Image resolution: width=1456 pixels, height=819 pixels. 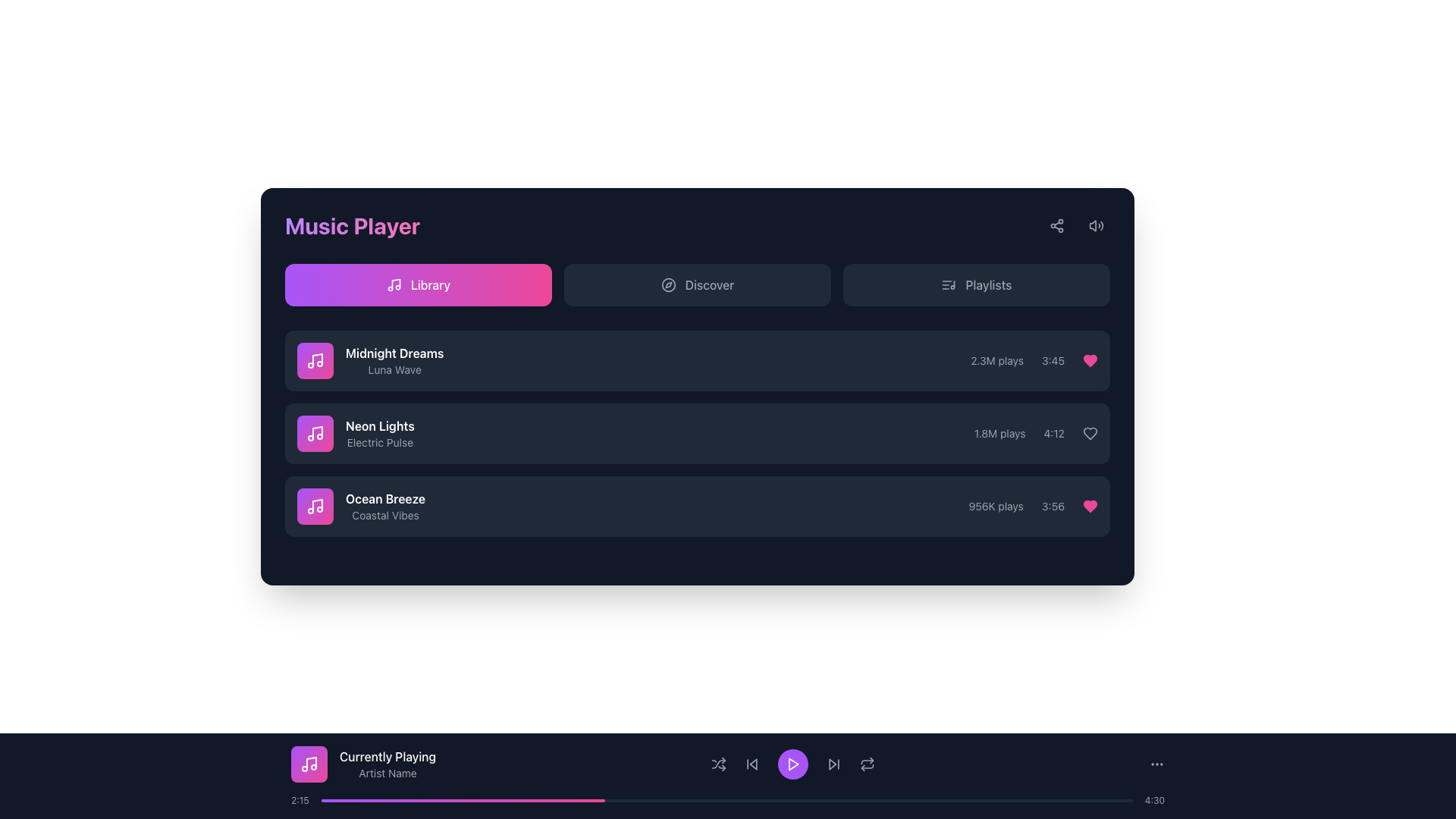 I want to click on the volume adjustment icon located in the top-right corner of the main interface panel, next to the sharing icon and above the song list, so click(x=1096, y=225).